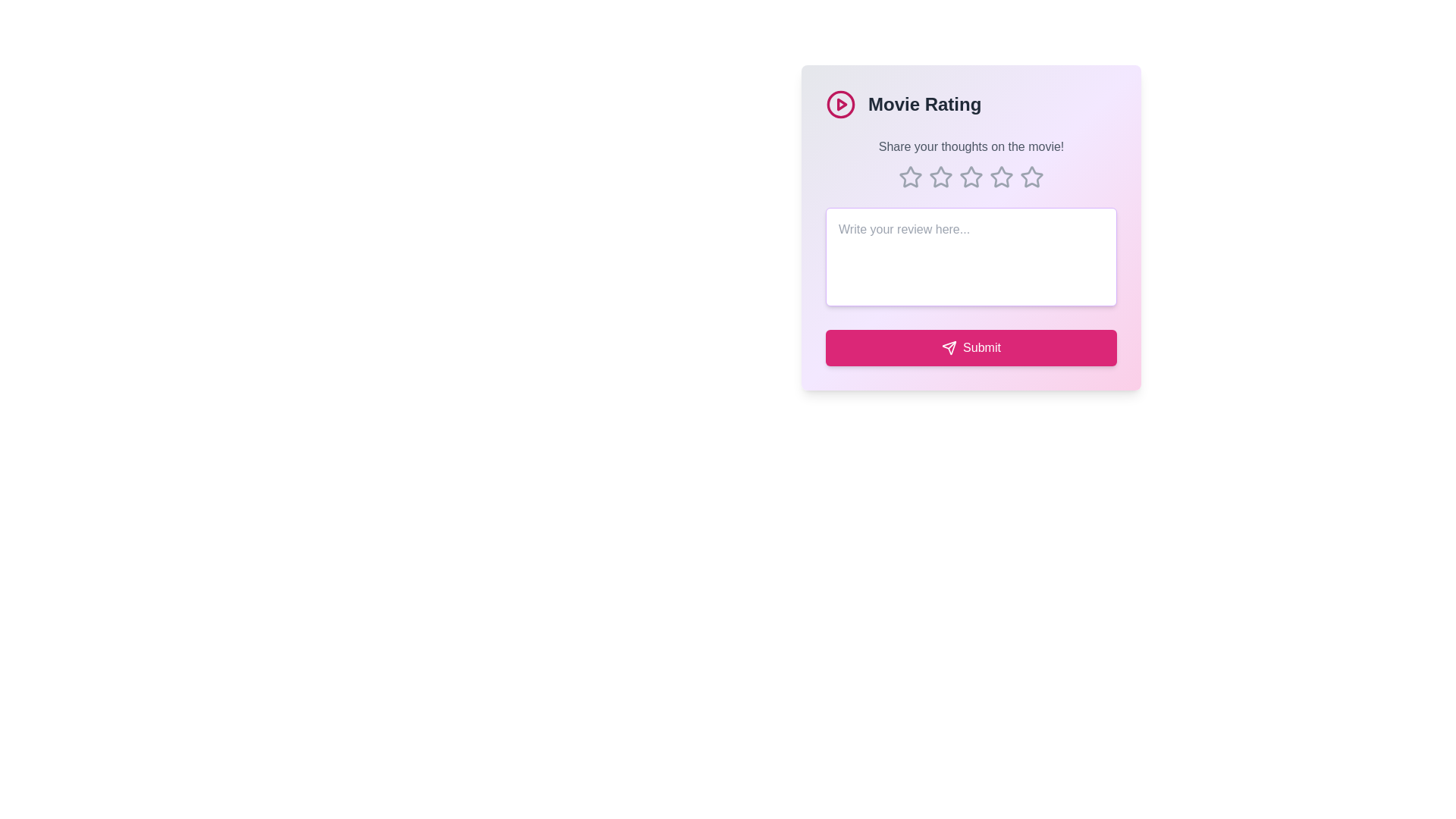 The width and height of the screenshot is (1456, 819). Describe the element at coordinates (971, 176) in the screenshot. I see `the second star icon in the rating row, which has a hollow center and a gray outline` at that location.